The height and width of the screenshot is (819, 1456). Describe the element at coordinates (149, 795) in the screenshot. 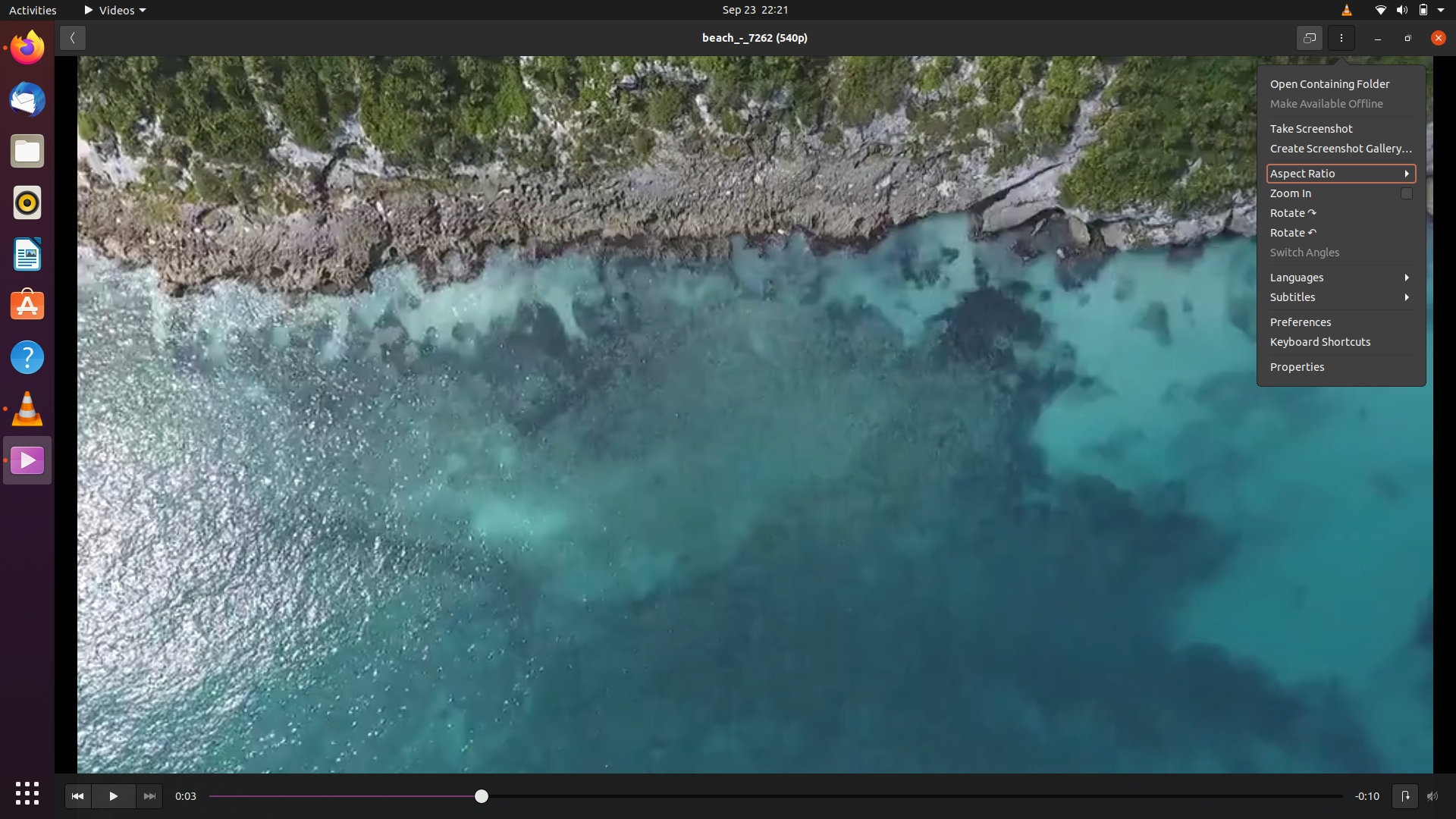

I see `Advance to the next item in the video playlist` at that location.